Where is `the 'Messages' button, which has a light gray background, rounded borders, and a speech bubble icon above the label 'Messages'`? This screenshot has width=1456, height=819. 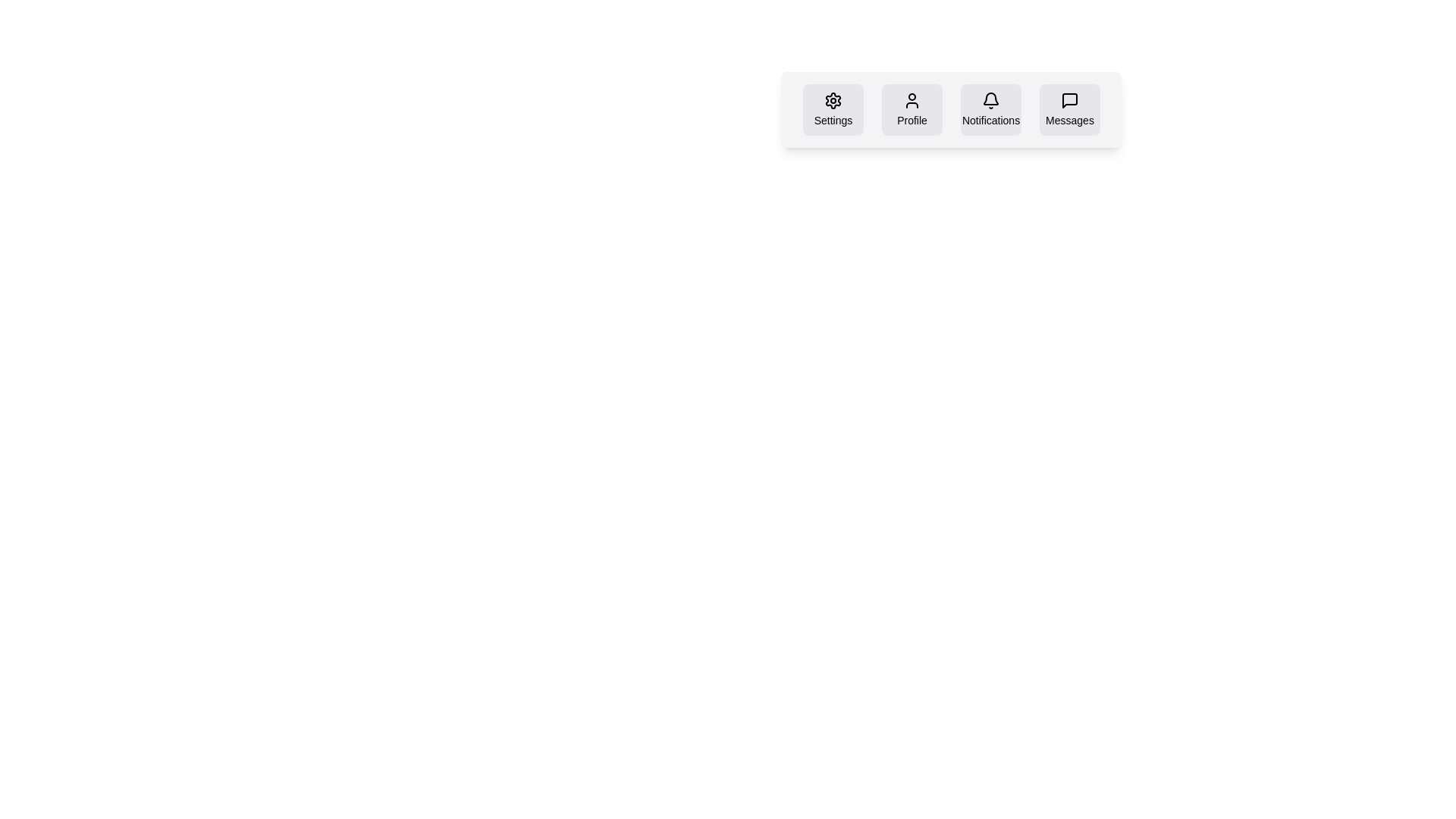 the 'Messages' button, which has a light gray background, rounded borders, and a speech bubble icon above the label 'Messages' is located at coordinates (1069, 109).